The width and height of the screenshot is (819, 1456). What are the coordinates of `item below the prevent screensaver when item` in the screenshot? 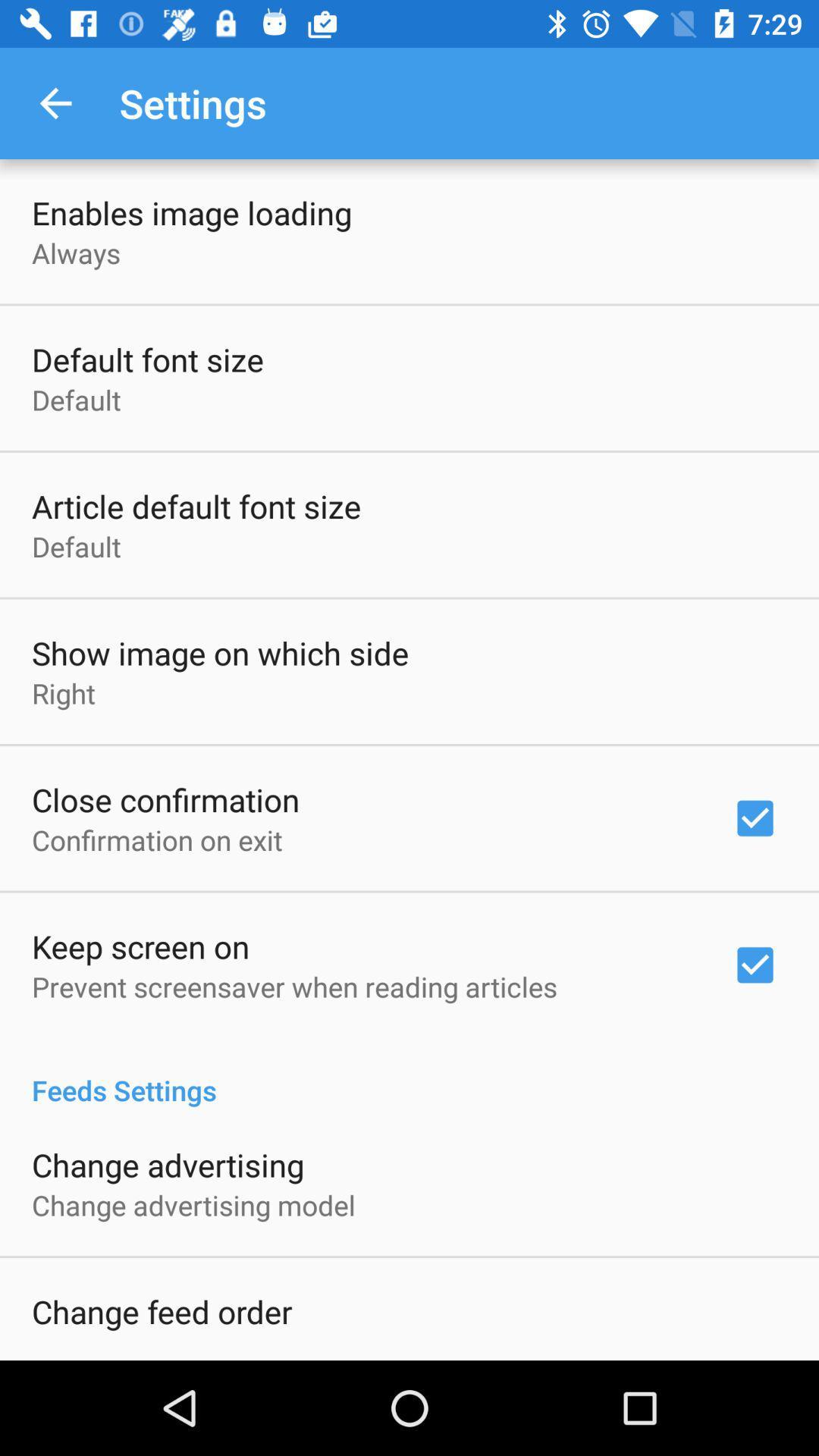 It's located at (409, 1073).